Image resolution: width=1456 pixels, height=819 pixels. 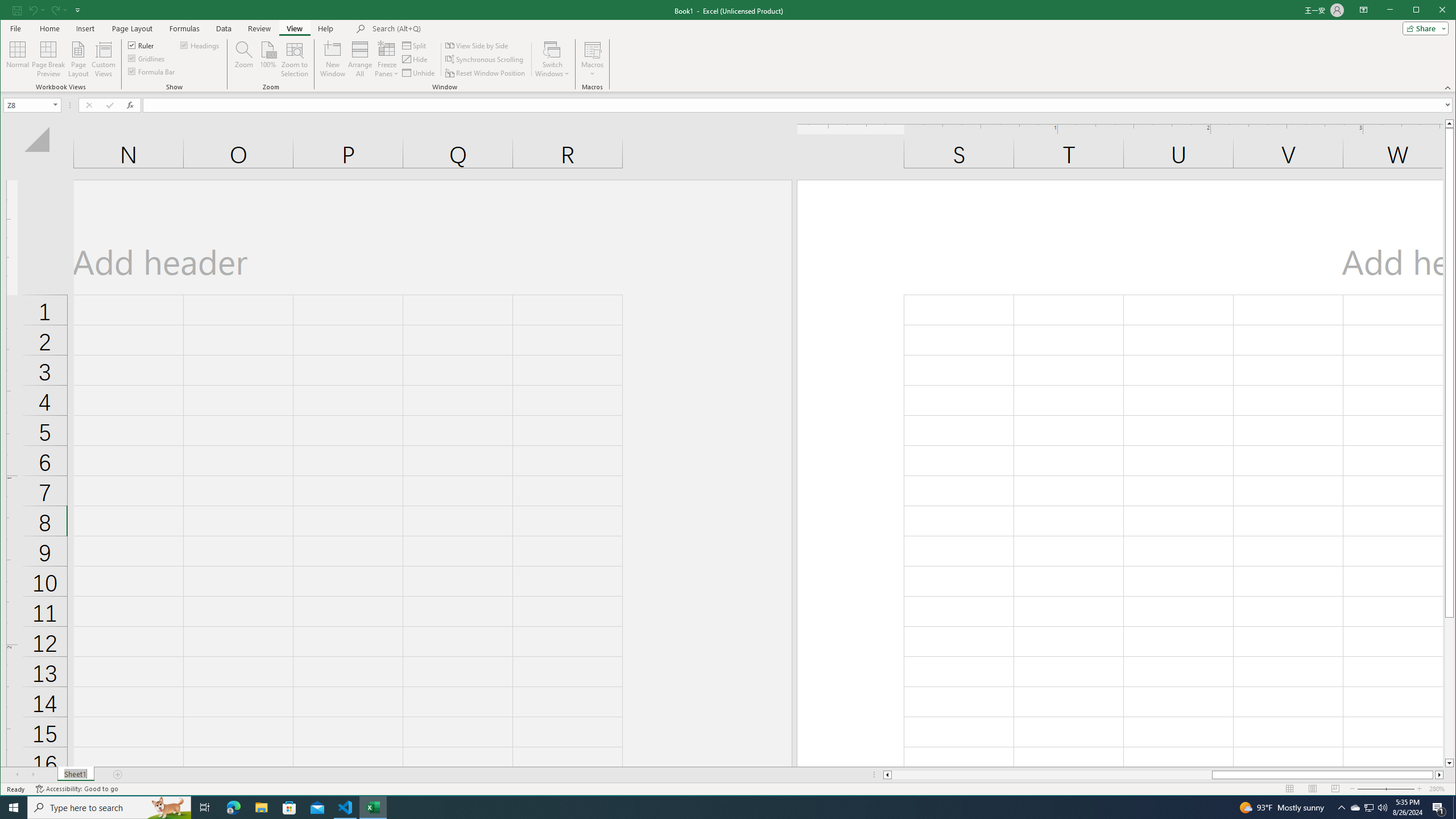 I want to click on 'Search highlights icon opens search home window', so click(x=167, y=806).